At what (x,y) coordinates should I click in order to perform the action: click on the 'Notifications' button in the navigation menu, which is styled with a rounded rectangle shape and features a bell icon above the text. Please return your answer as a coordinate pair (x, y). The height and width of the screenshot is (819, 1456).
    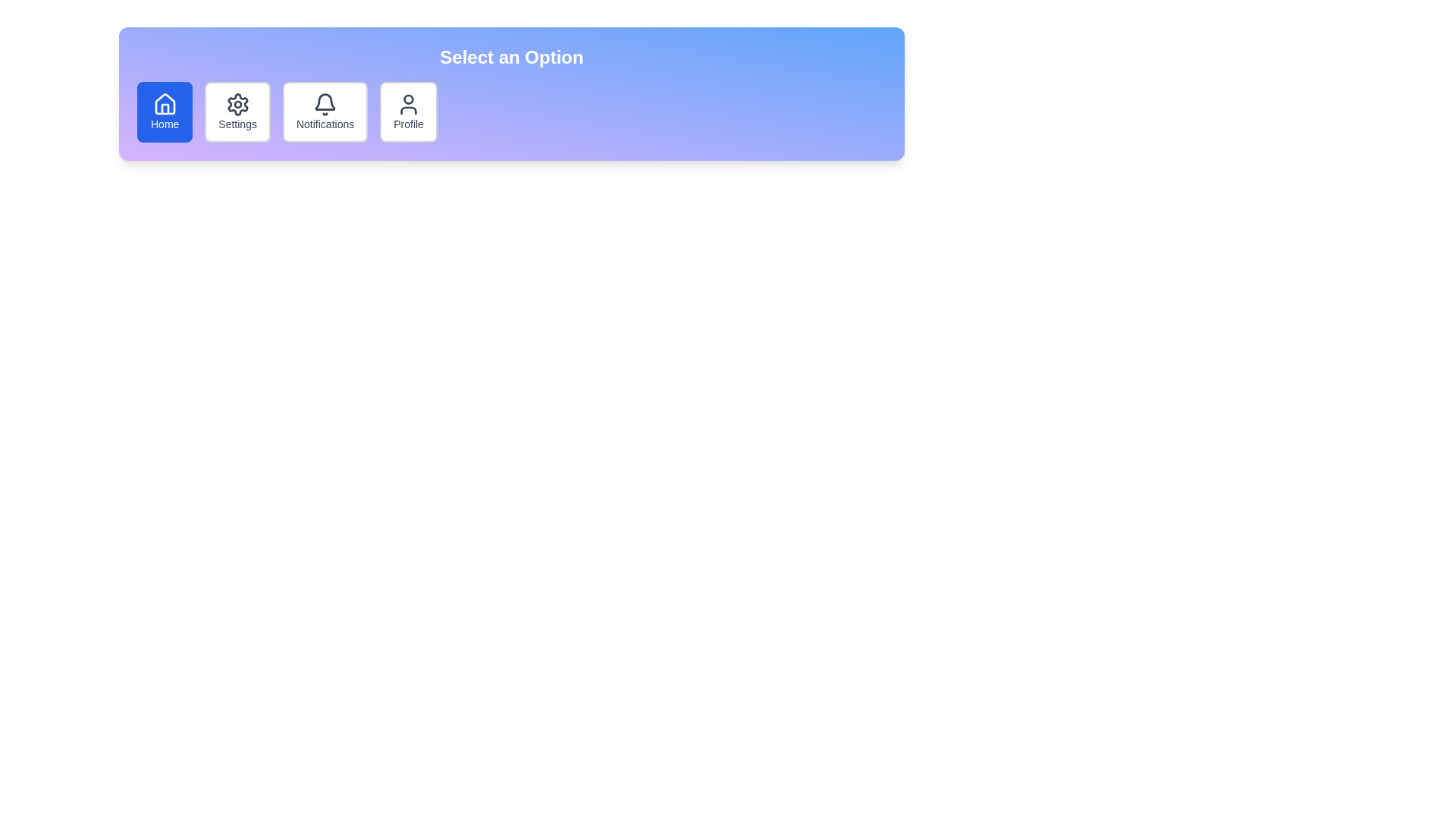
    Looking at the image, I should click on (325, 111).